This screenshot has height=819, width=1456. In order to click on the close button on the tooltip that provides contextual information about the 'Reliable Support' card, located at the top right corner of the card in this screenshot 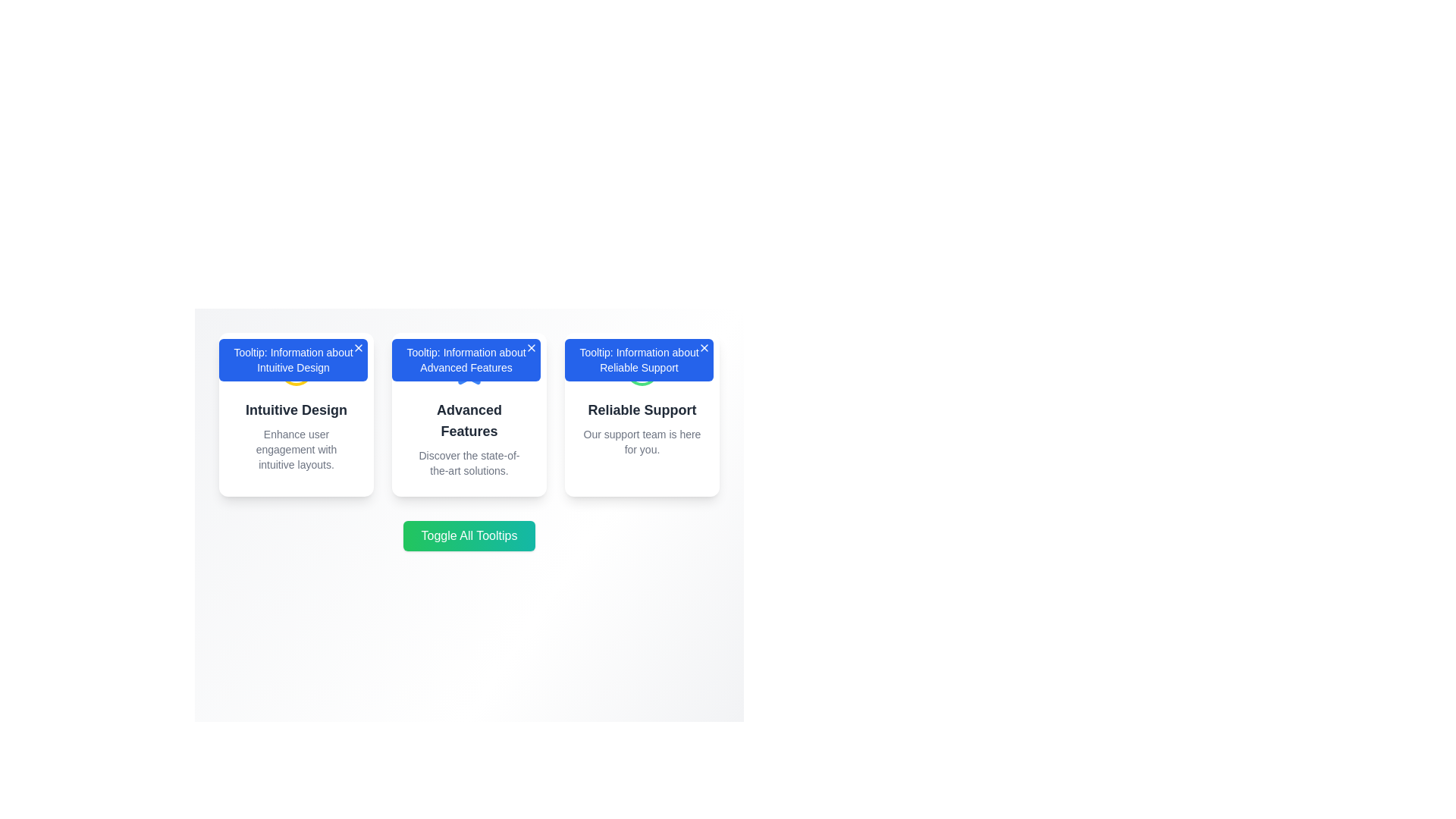, I will do `click(639, 359)`.